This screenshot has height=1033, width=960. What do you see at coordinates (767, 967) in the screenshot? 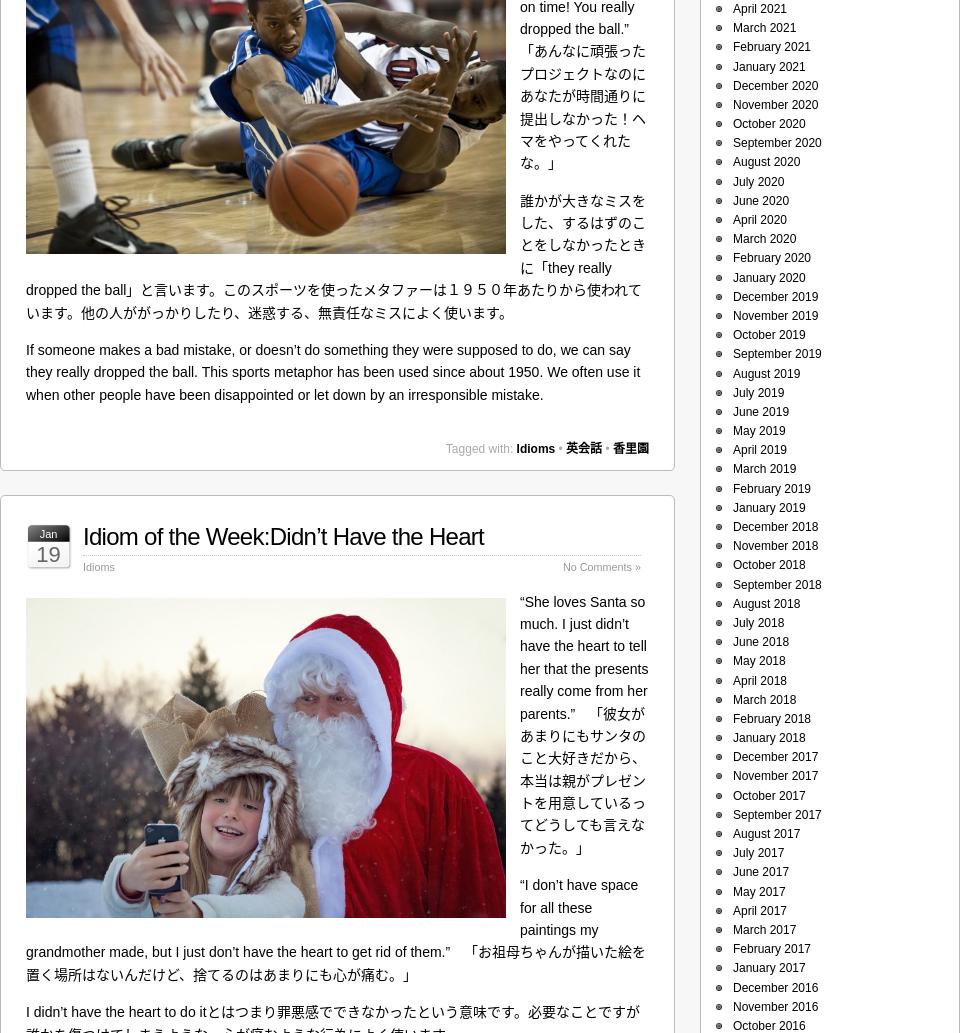
I see `'January 2017'` at bounding box center [767, 967].